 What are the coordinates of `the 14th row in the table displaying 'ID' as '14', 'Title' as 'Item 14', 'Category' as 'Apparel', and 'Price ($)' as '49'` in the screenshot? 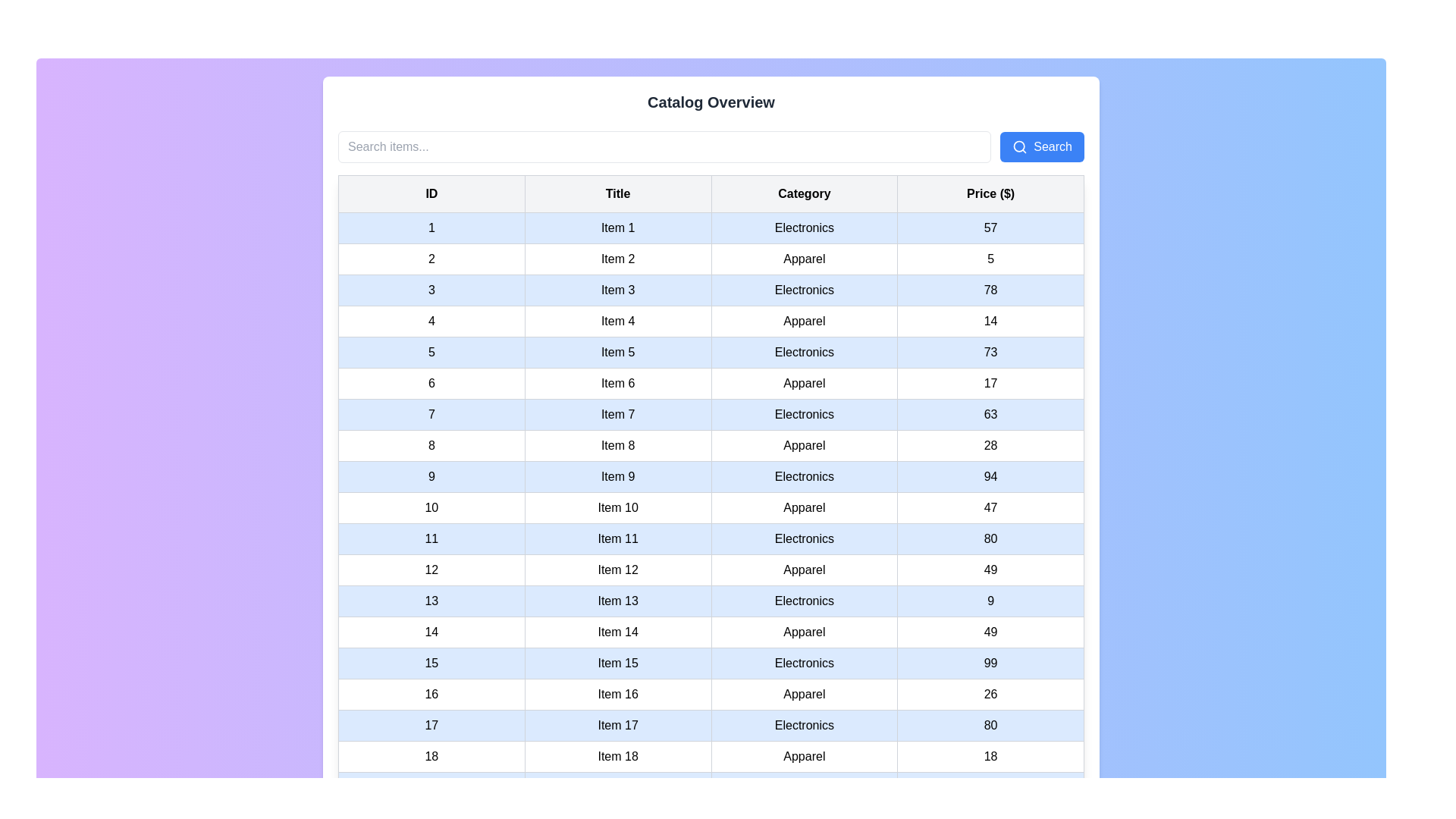 It's located at (710, 632).